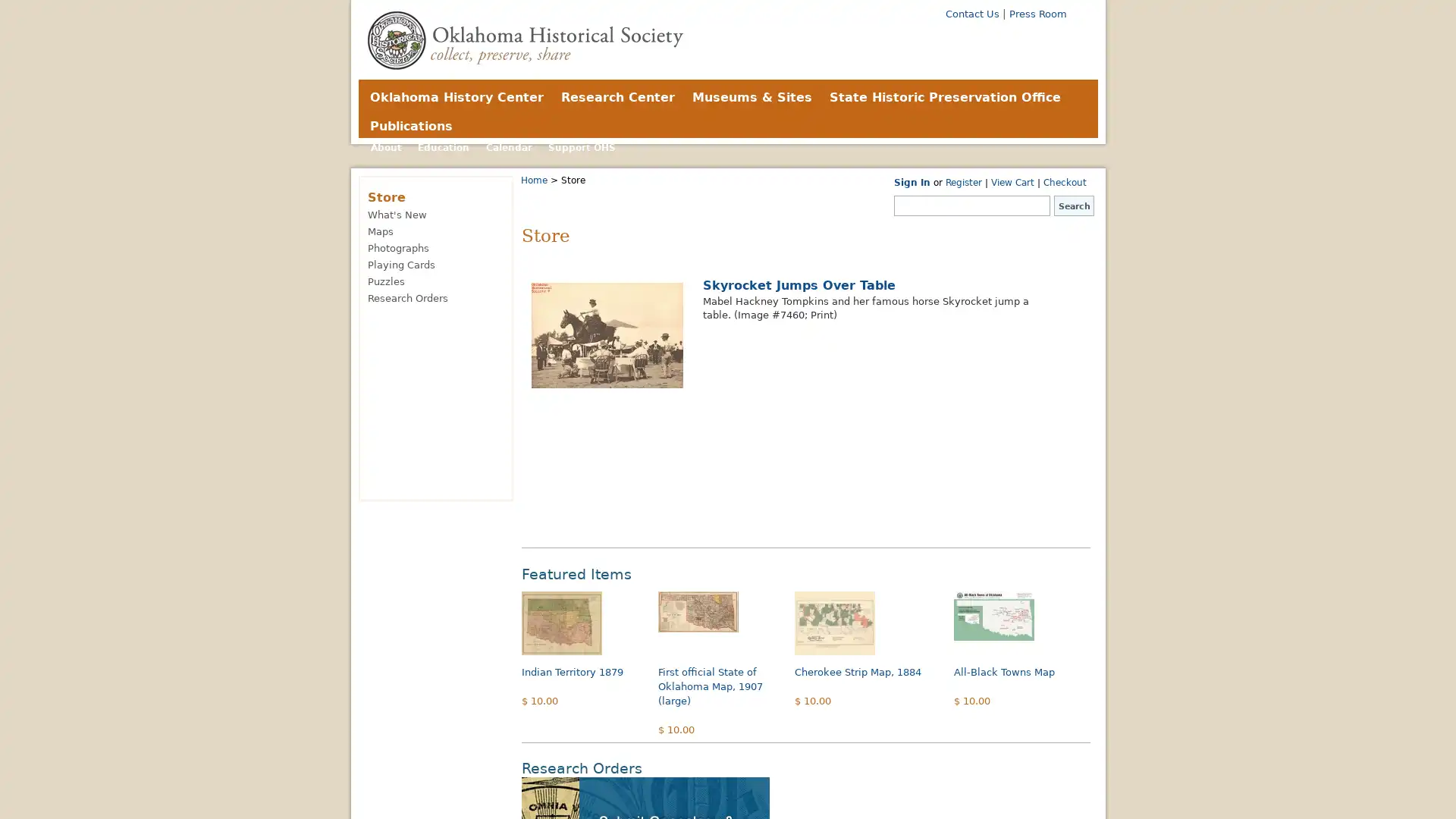  Describe the element at coordinates (1072, 206) in the screenshot. I see `Search` at that location.